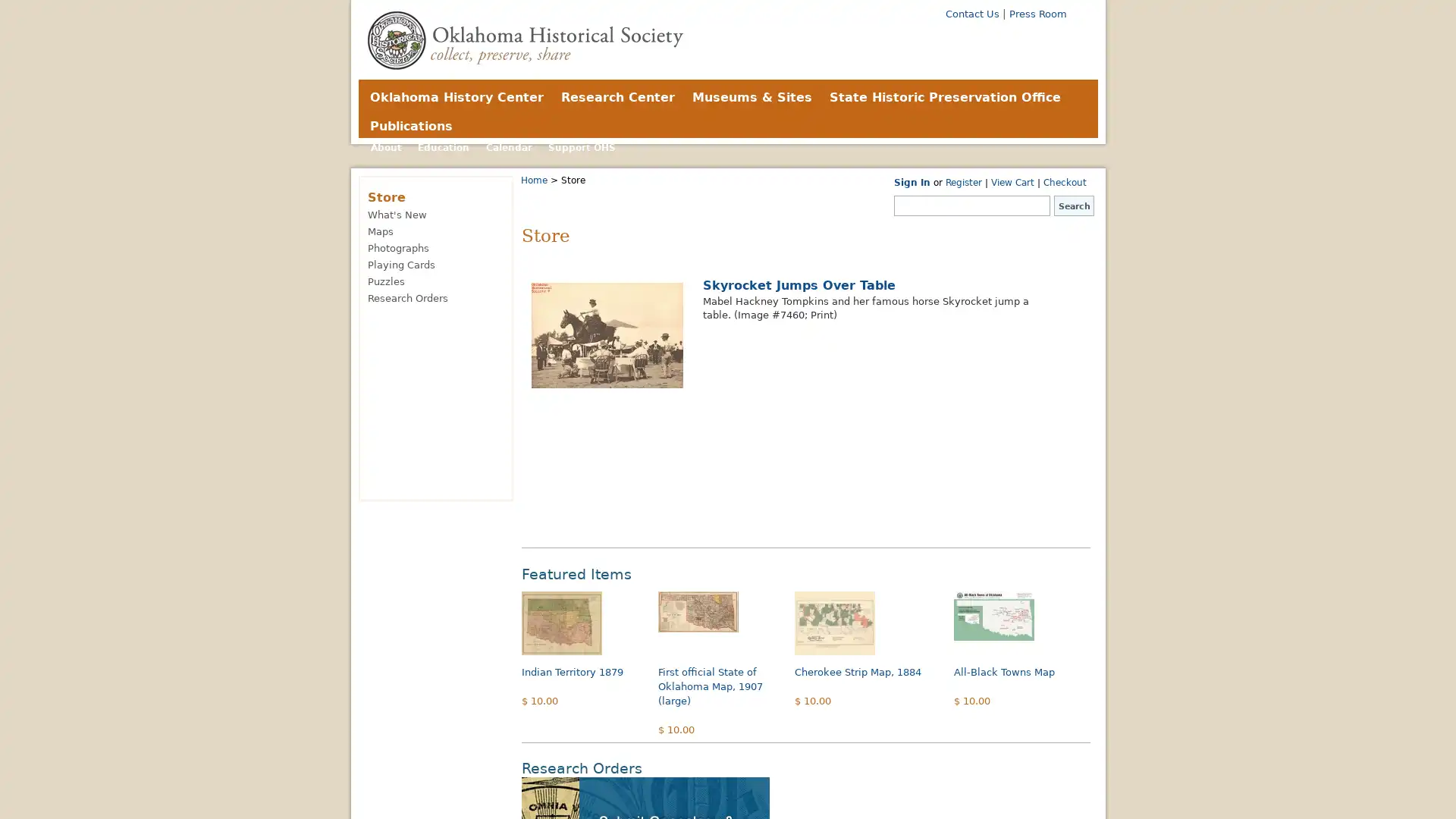  Describe the element at coordinates (1072, 206) in the screenshot. I see `Search` at that location.